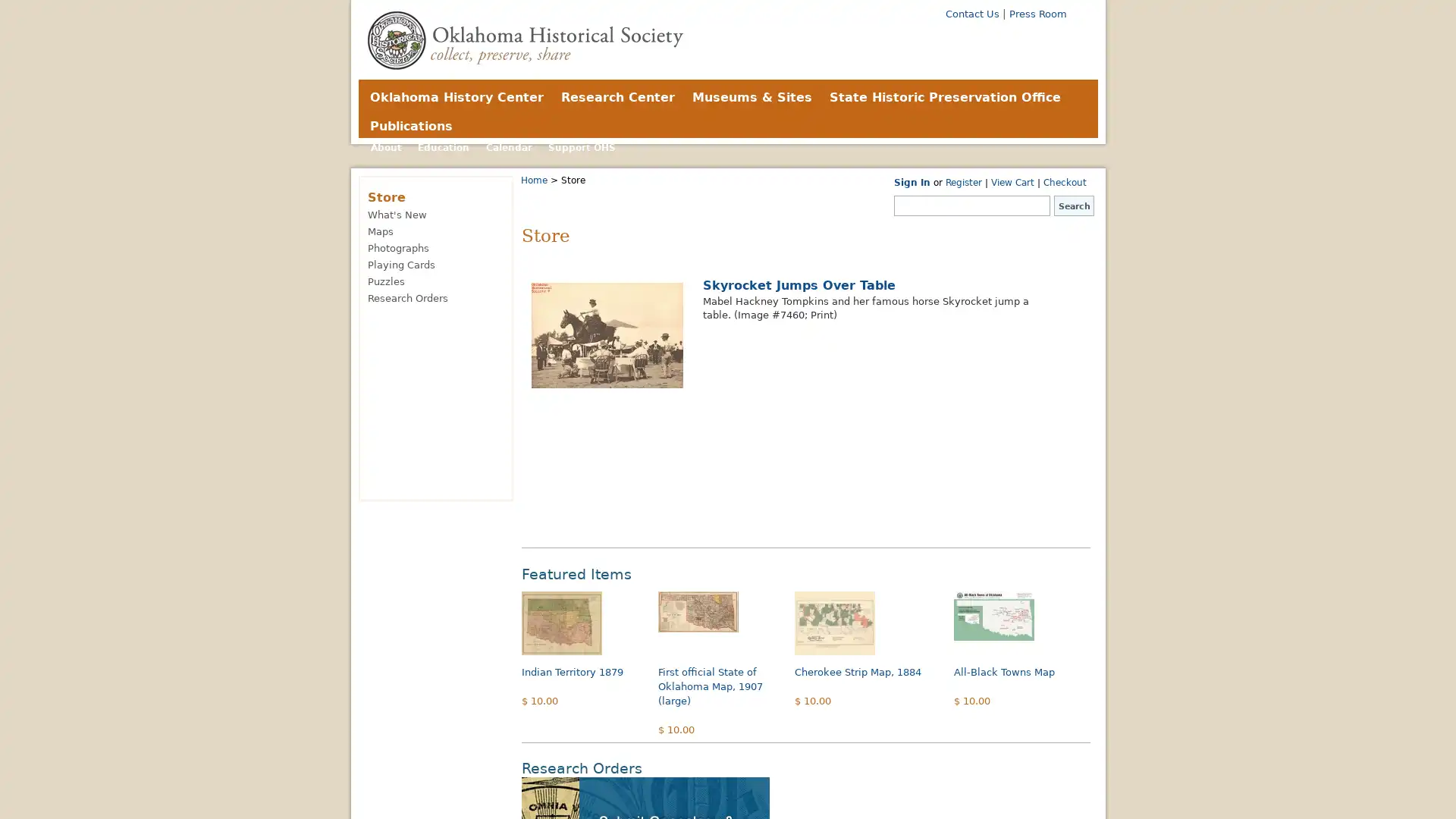  Describe the element at coordinates (1072, 206) in the screenshot. I see `Search` at that location.